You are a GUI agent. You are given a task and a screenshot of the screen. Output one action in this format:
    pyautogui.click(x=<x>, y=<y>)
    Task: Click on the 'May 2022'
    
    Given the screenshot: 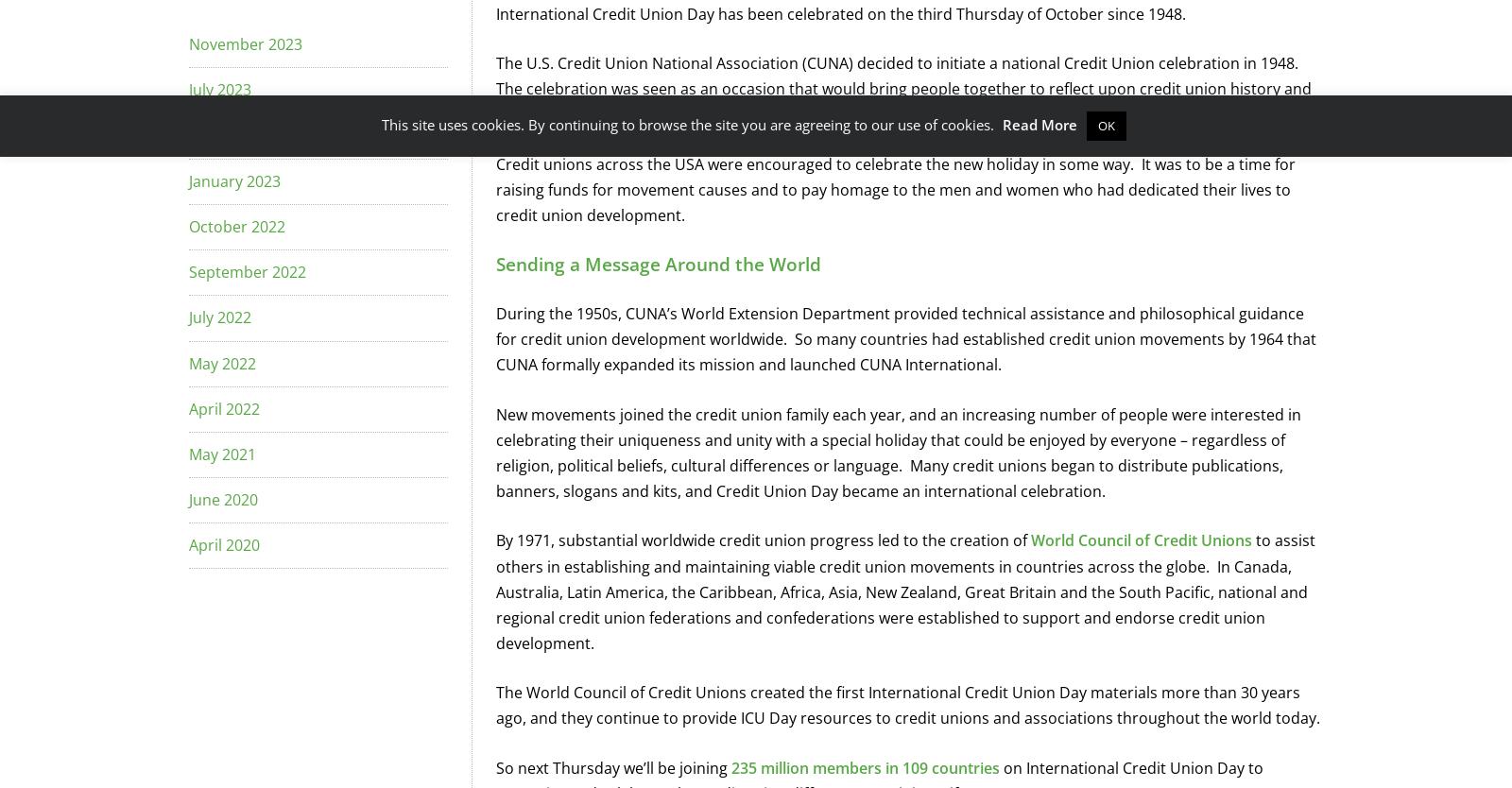 What is the action you would take?
    pyautogui.click(x=188, y=361)
    